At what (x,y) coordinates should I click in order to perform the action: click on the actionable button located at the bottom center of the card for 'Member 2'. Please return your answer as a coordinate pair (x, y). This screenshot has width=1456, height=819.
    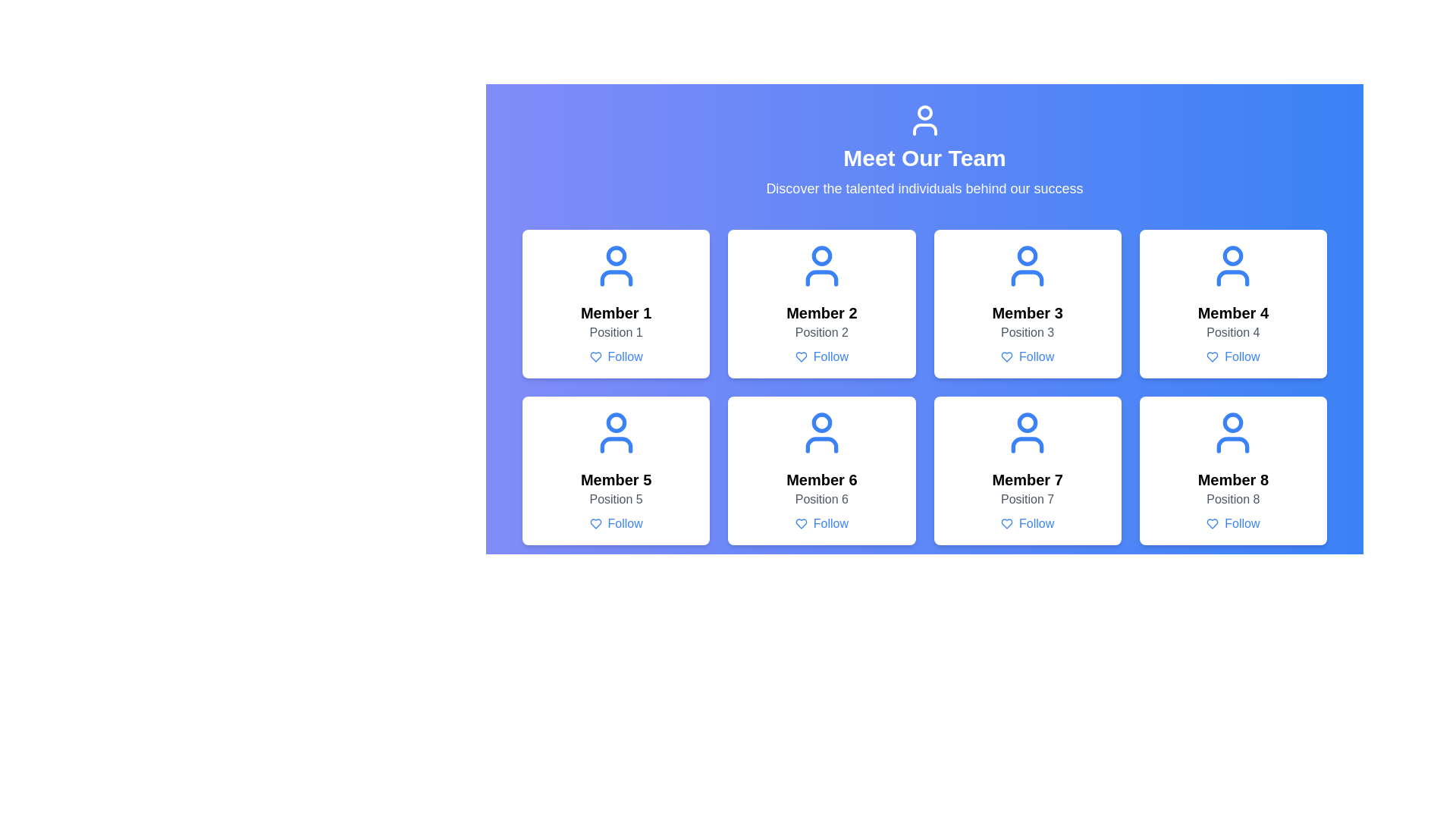
    Looking at the image, I should click on (821, 356).